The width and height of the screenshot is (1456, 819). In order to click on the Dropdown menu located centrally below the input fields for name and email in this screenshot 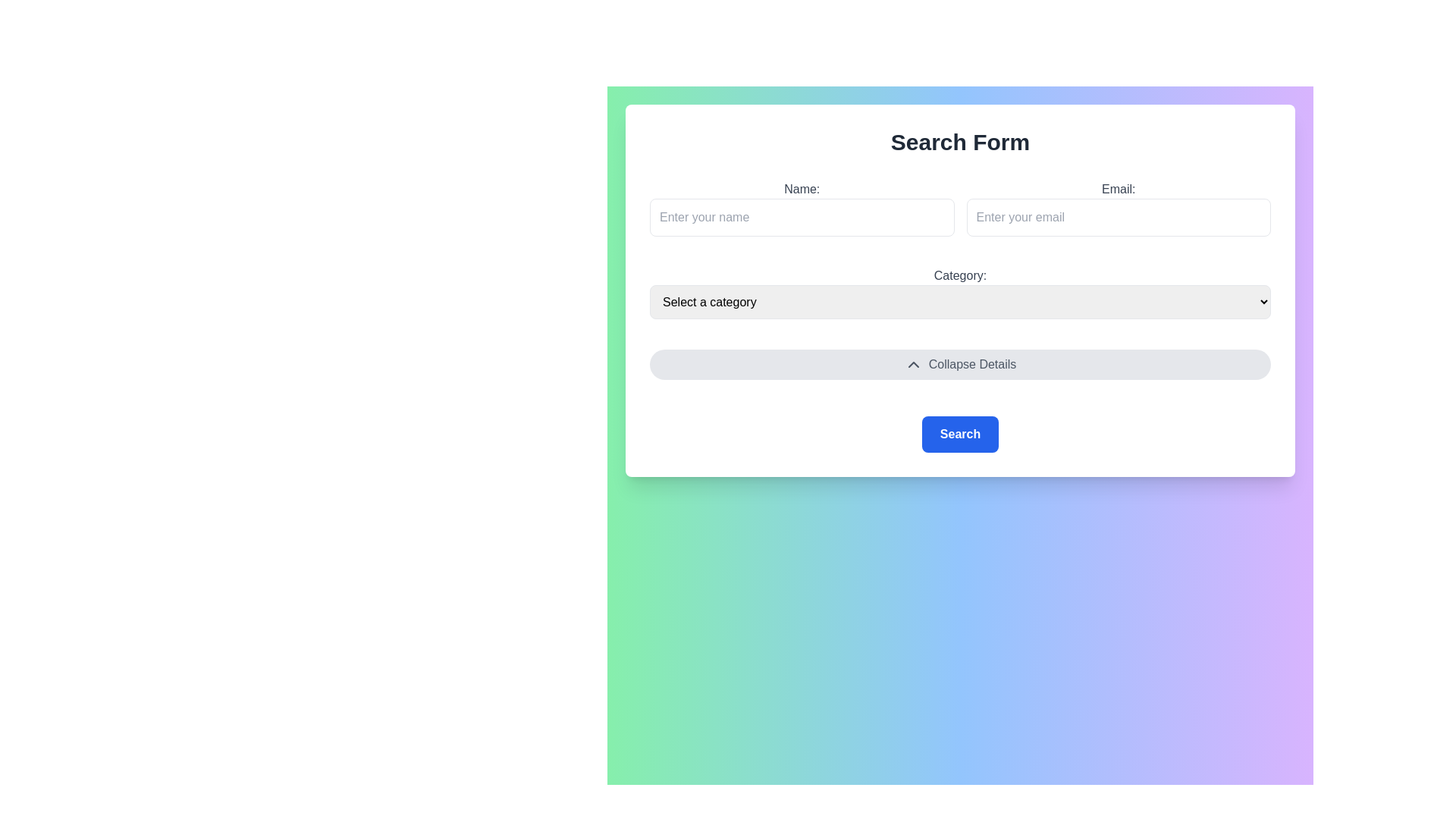, I will do `click(959, 293)`.